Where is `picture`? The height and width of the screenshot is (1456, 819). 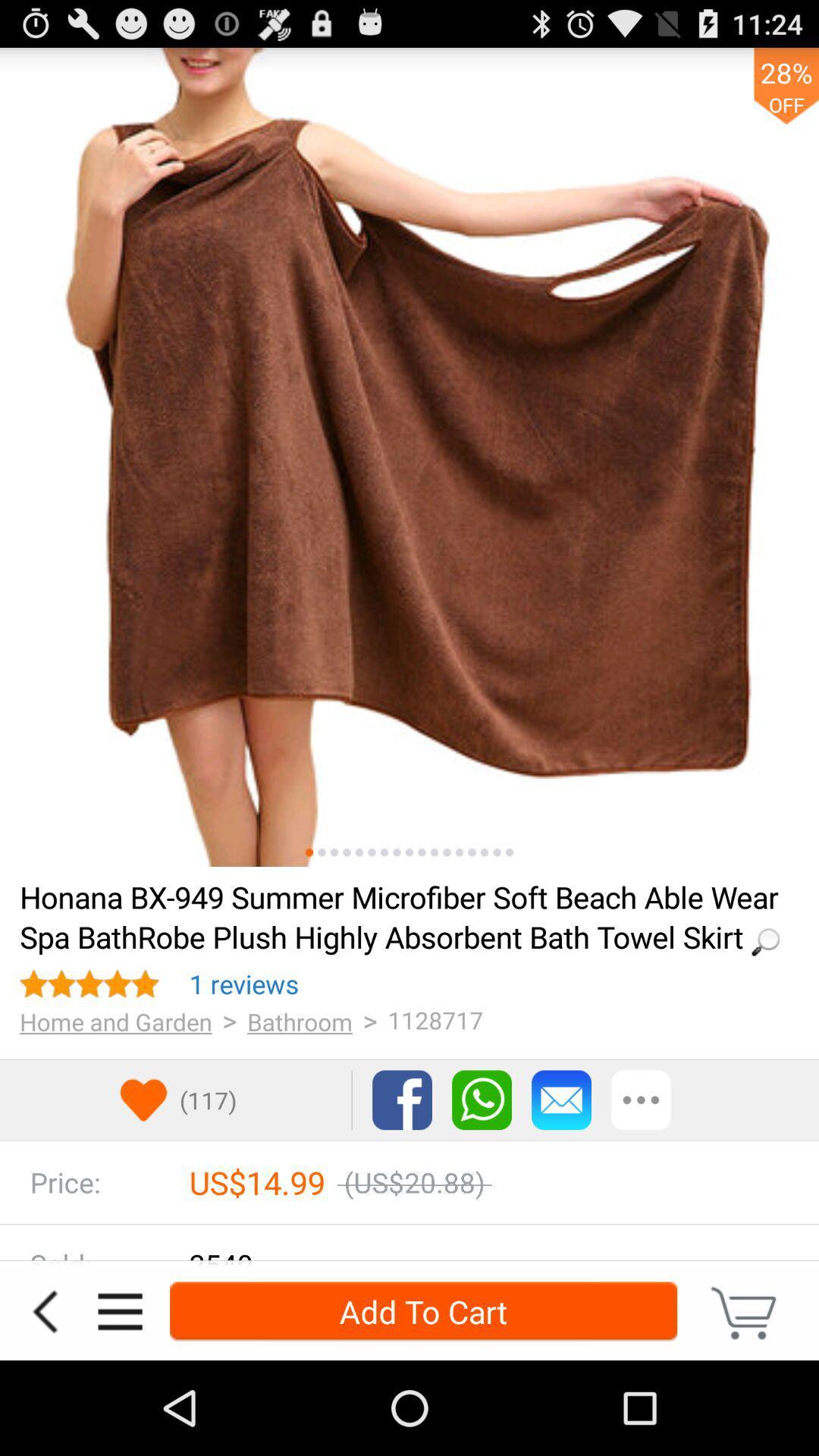
picture is located at coordinates (396, 852).